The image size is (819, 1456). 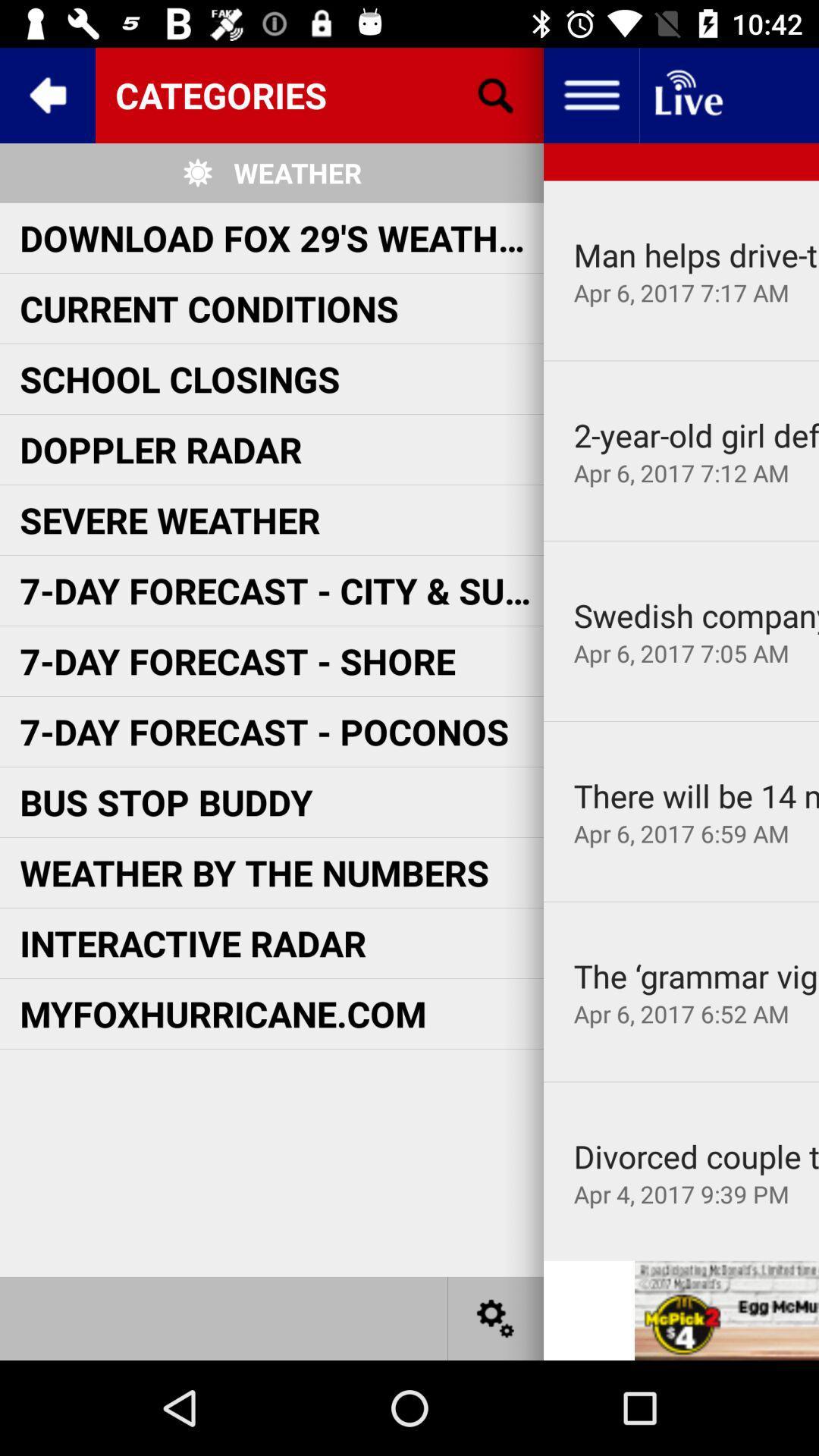 I want to click on open settings, so click(x=496, y=1317).